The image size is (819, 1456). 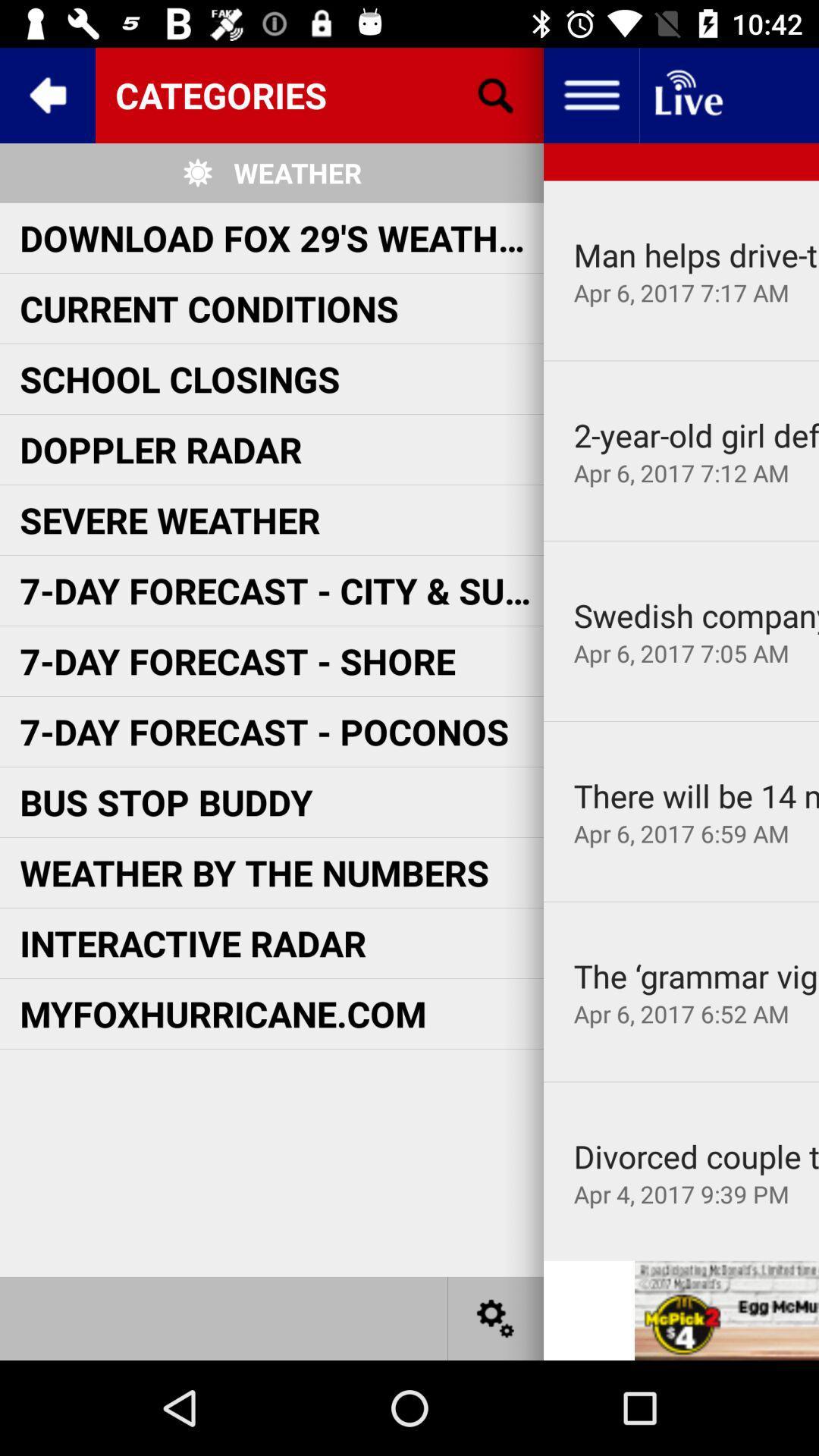 I want to click on open settings, so click(x=496, y=1317).